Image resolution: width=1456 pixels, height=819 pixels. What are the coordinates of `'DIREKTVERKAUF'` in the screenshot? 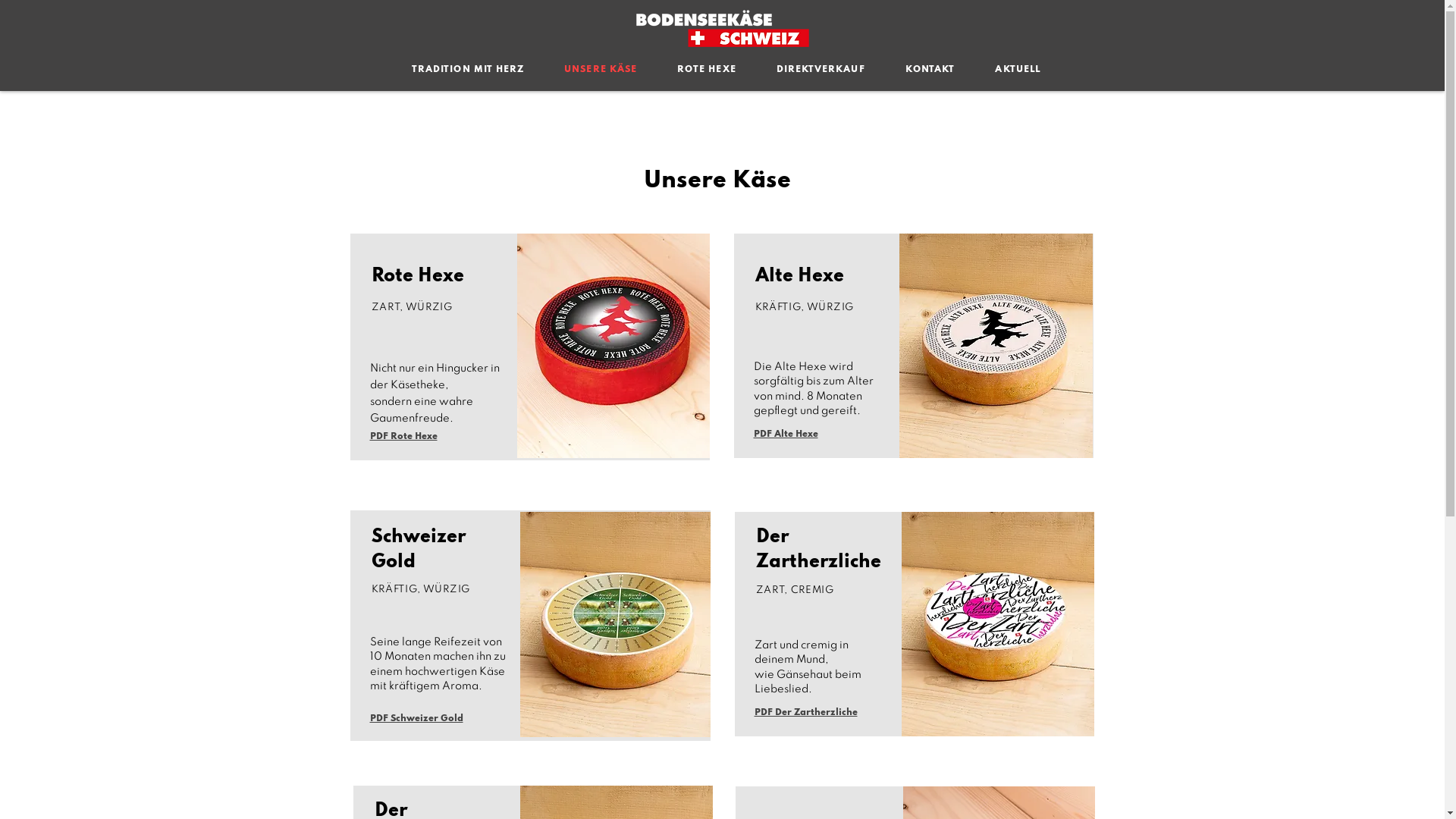 It's located at (819, 70).